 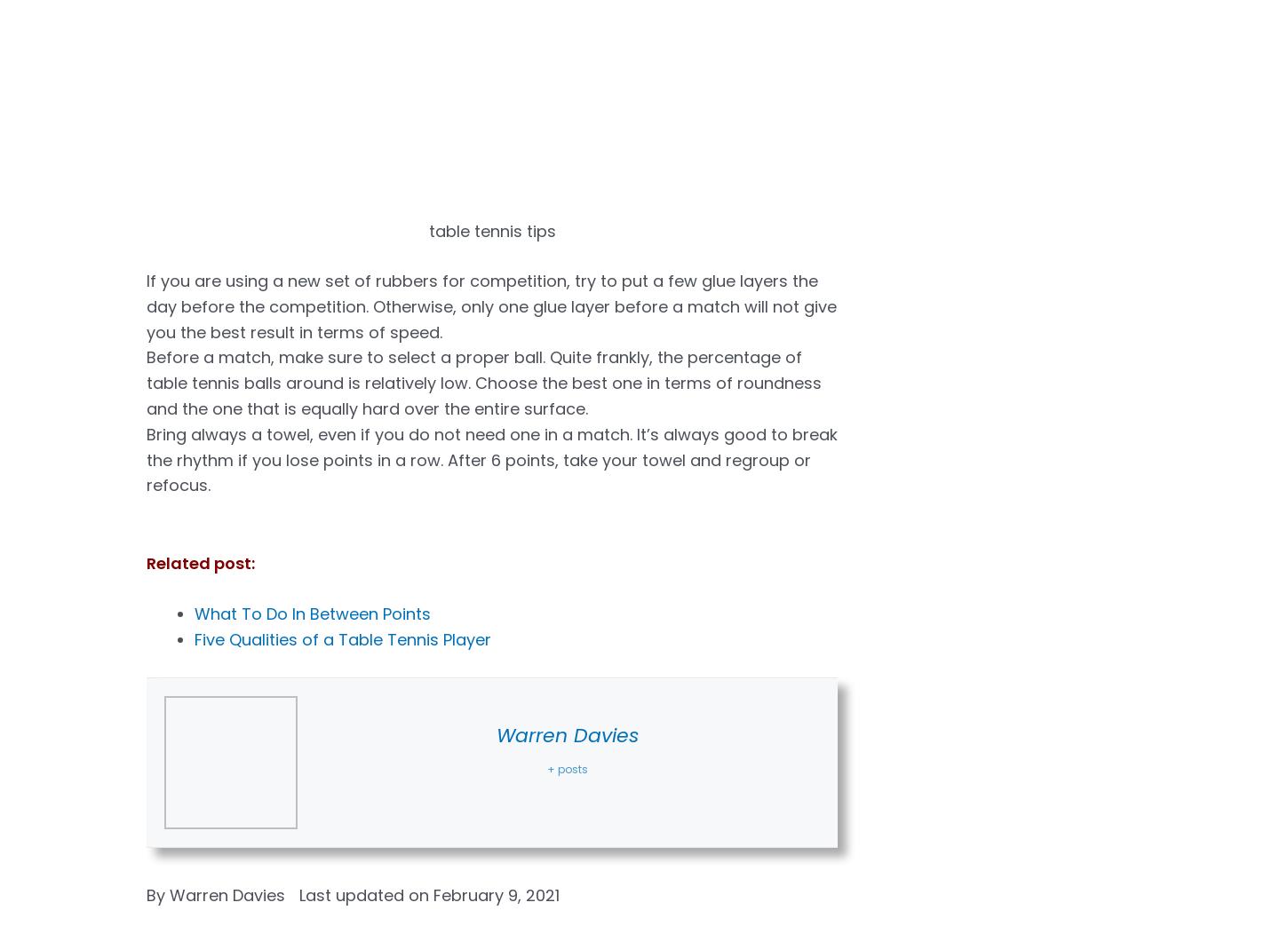 I want to click on 'table tennis tips', so click(x=491, y=230).